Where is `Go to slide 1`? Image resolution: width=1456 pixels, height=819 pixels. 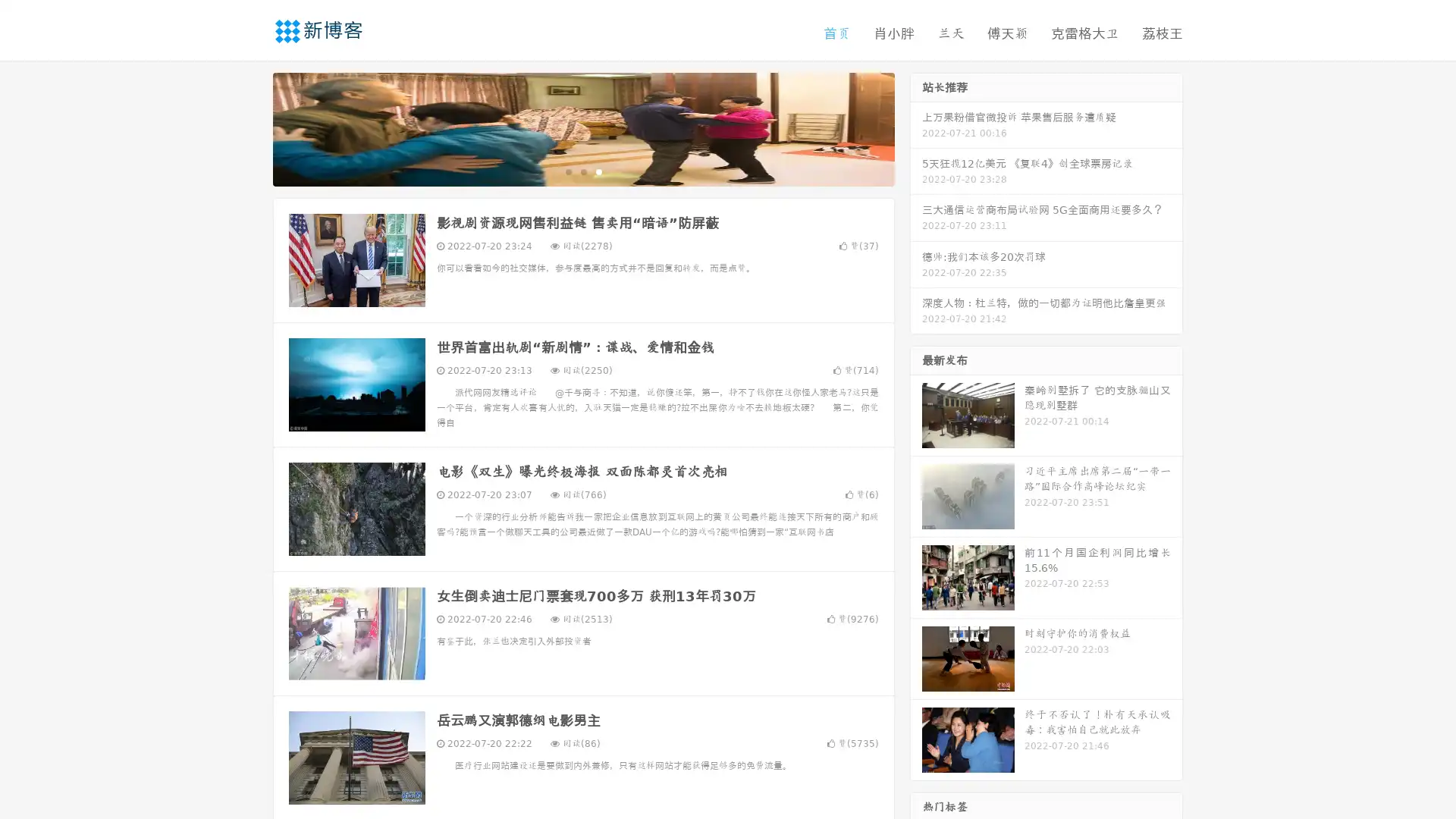 Go to slide 1 is located at coordinates (567, 171).